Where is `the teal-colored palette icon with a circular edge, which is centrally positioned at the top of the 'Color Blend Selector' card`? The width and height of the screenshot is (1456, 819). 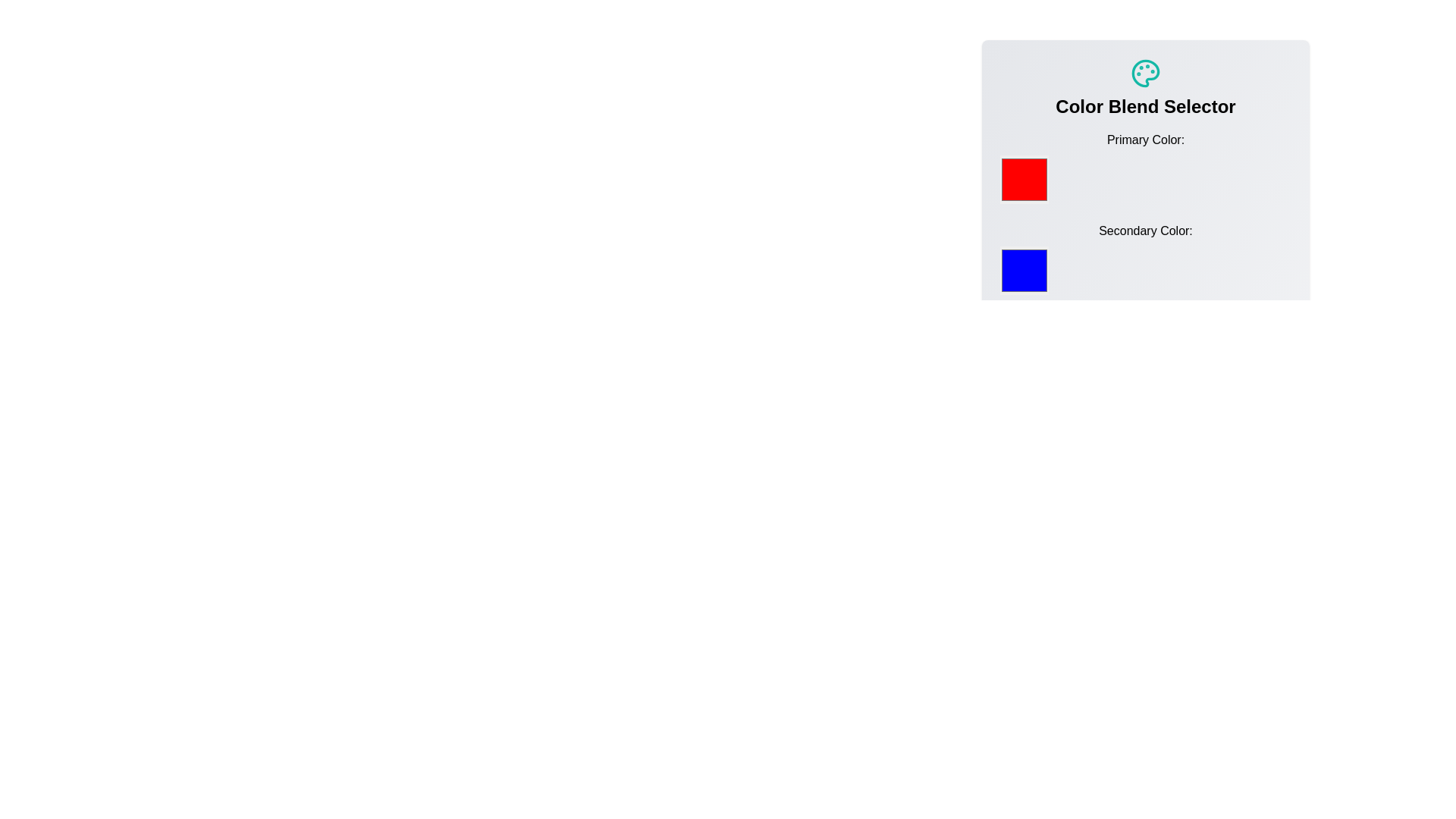 the teal-colored palette icon with a circular edge, which is centrally positioned at the top of the 'Color Blend Selector' card is located at coordinates (1146, 73).